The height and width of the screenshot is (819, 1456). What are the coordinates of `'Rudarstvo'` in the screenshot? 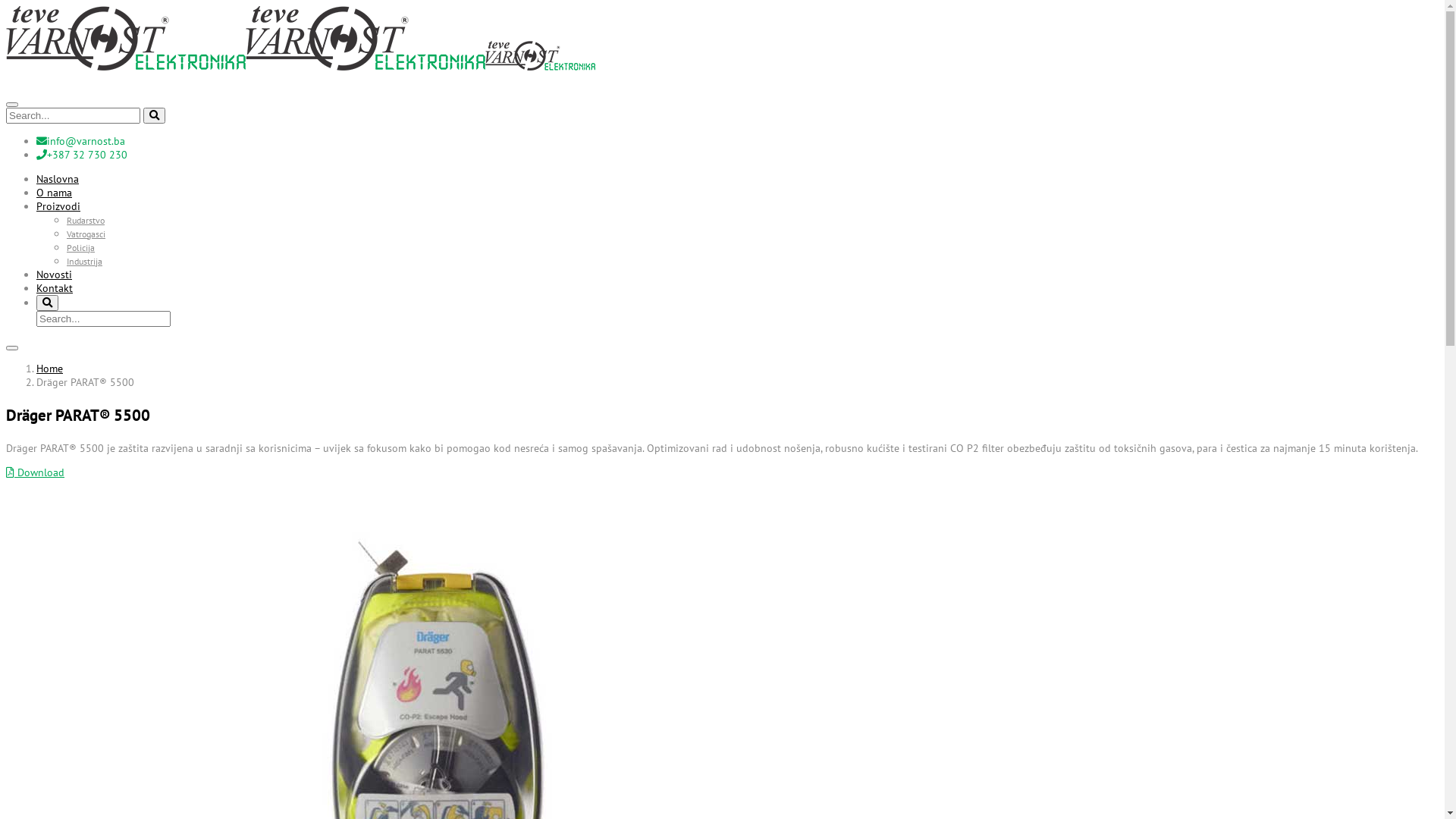 It's located at (65, 219).